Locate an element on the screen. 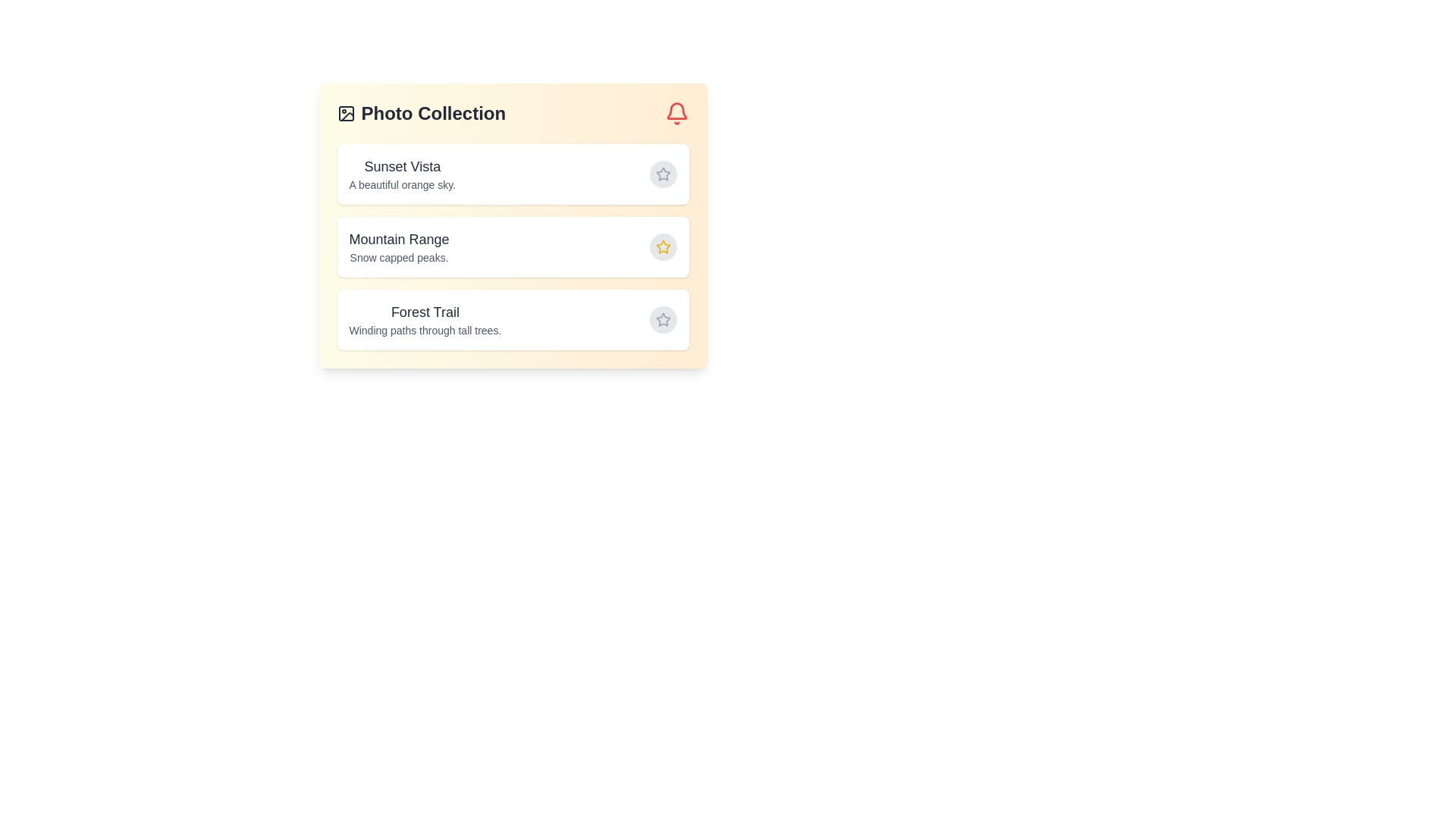  the notification bell icon is located at coordinates (676, 113).